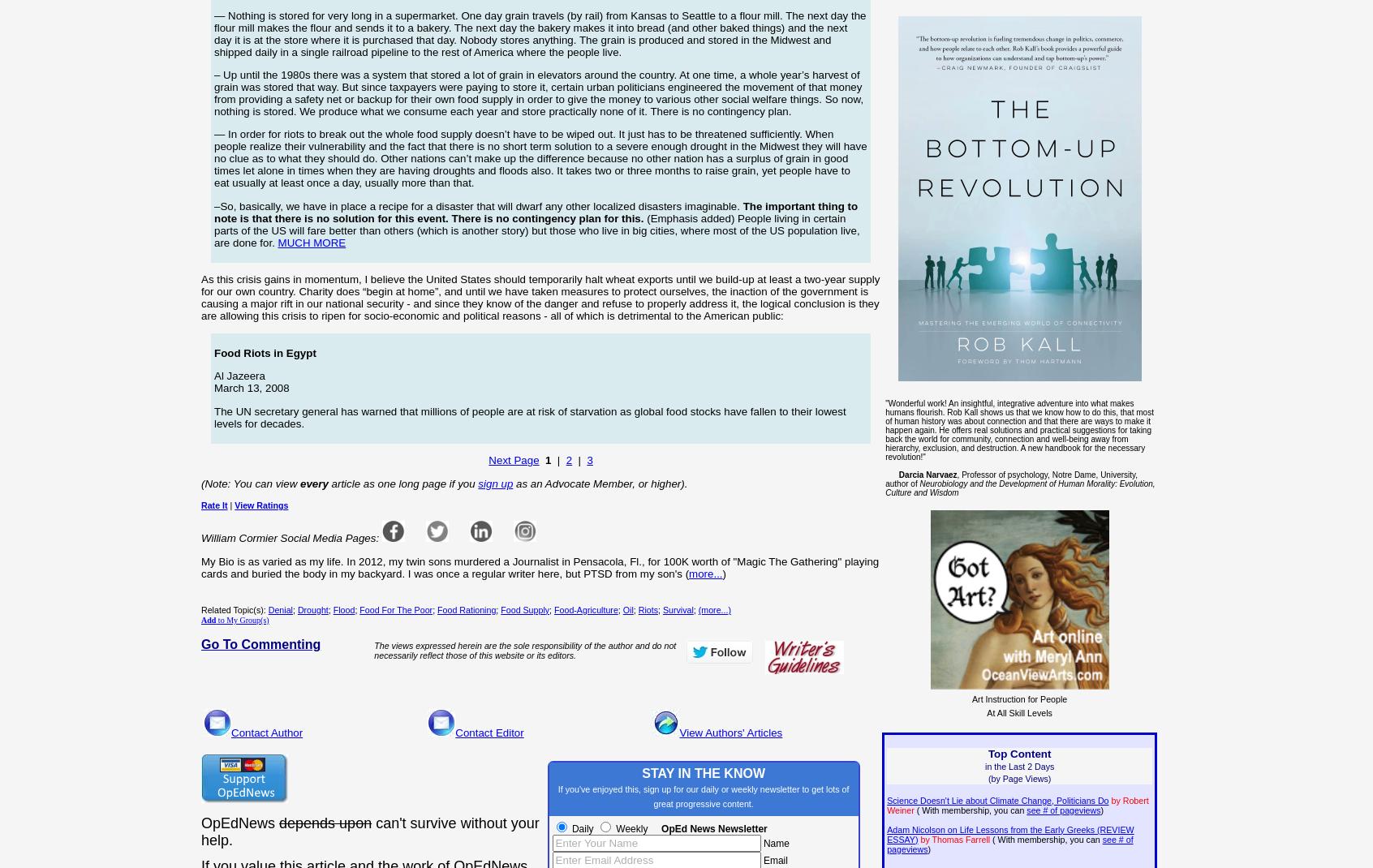  What do you see at coordinates (585, 459) in the screenshot?
I see `'3'` at bounding box center [585, 459].